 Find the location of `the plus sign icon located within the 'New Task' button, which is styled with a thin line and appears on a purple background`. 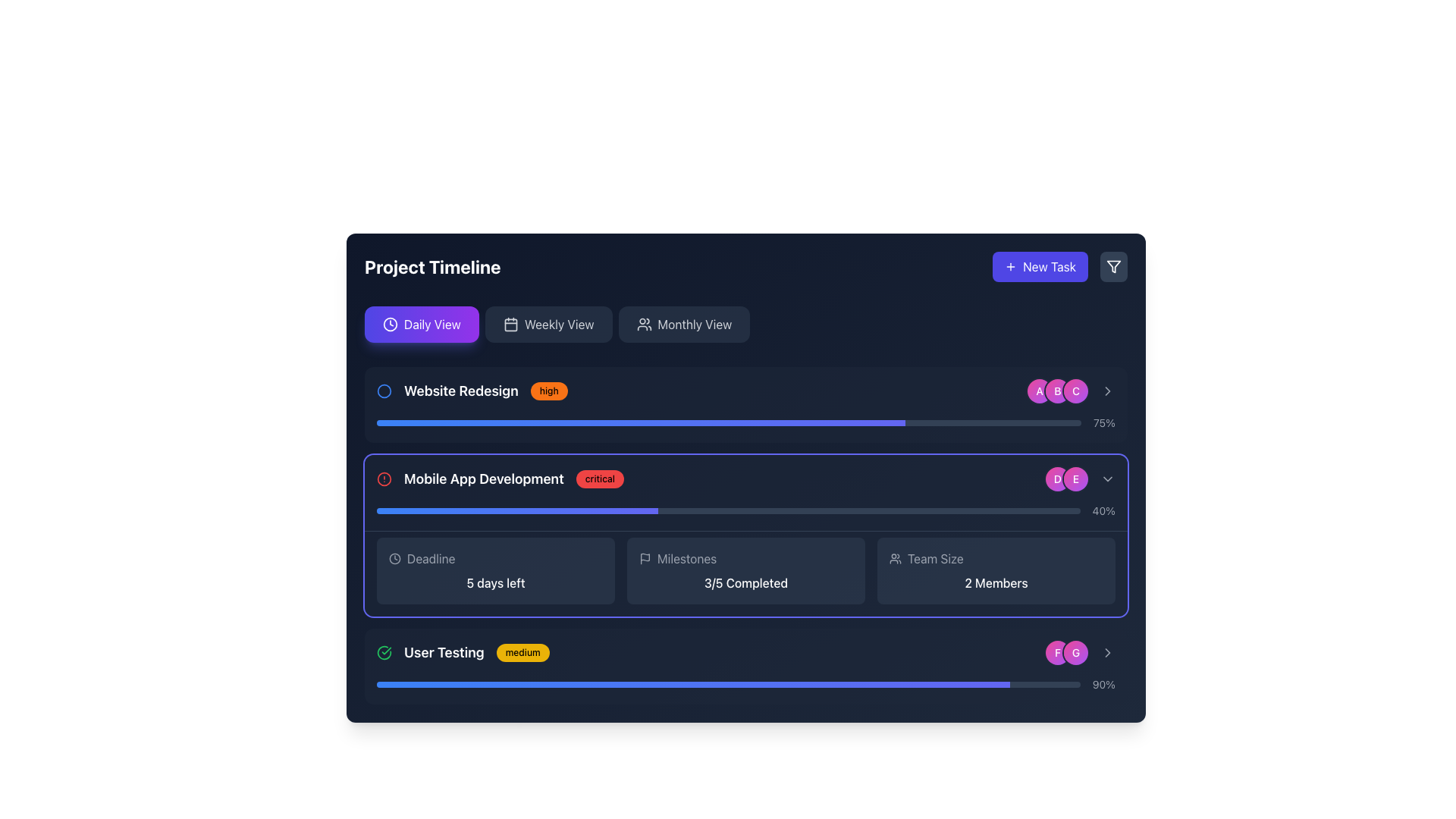

the plus sign icon located within the 'New Task' button, which is styled with a thin line and appears on a purple background is located at coordinates (1011, 265).